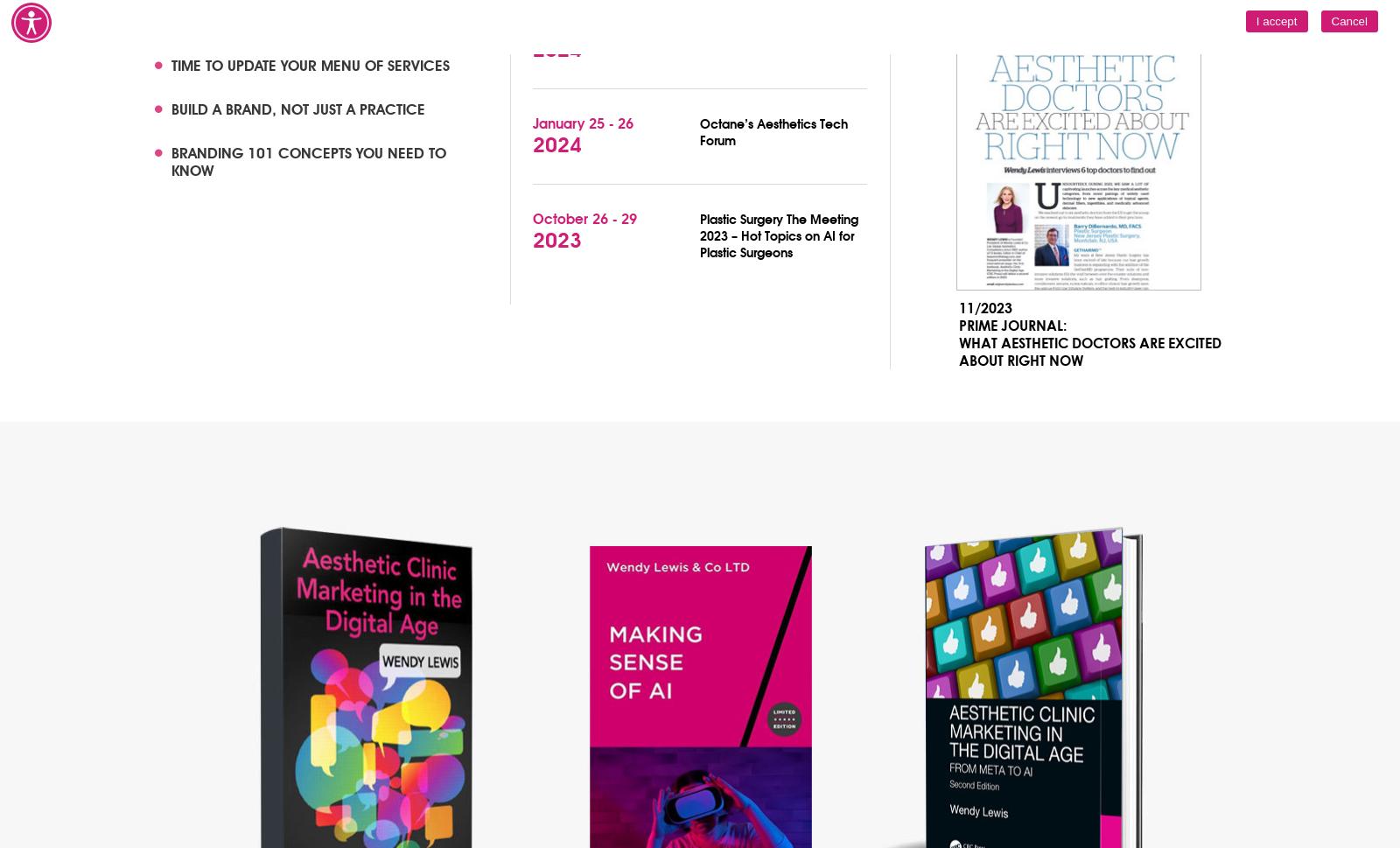  Describe the element at coordinates (583, 122) in the screenshot. I see `'January 25 - 26'` at that location.